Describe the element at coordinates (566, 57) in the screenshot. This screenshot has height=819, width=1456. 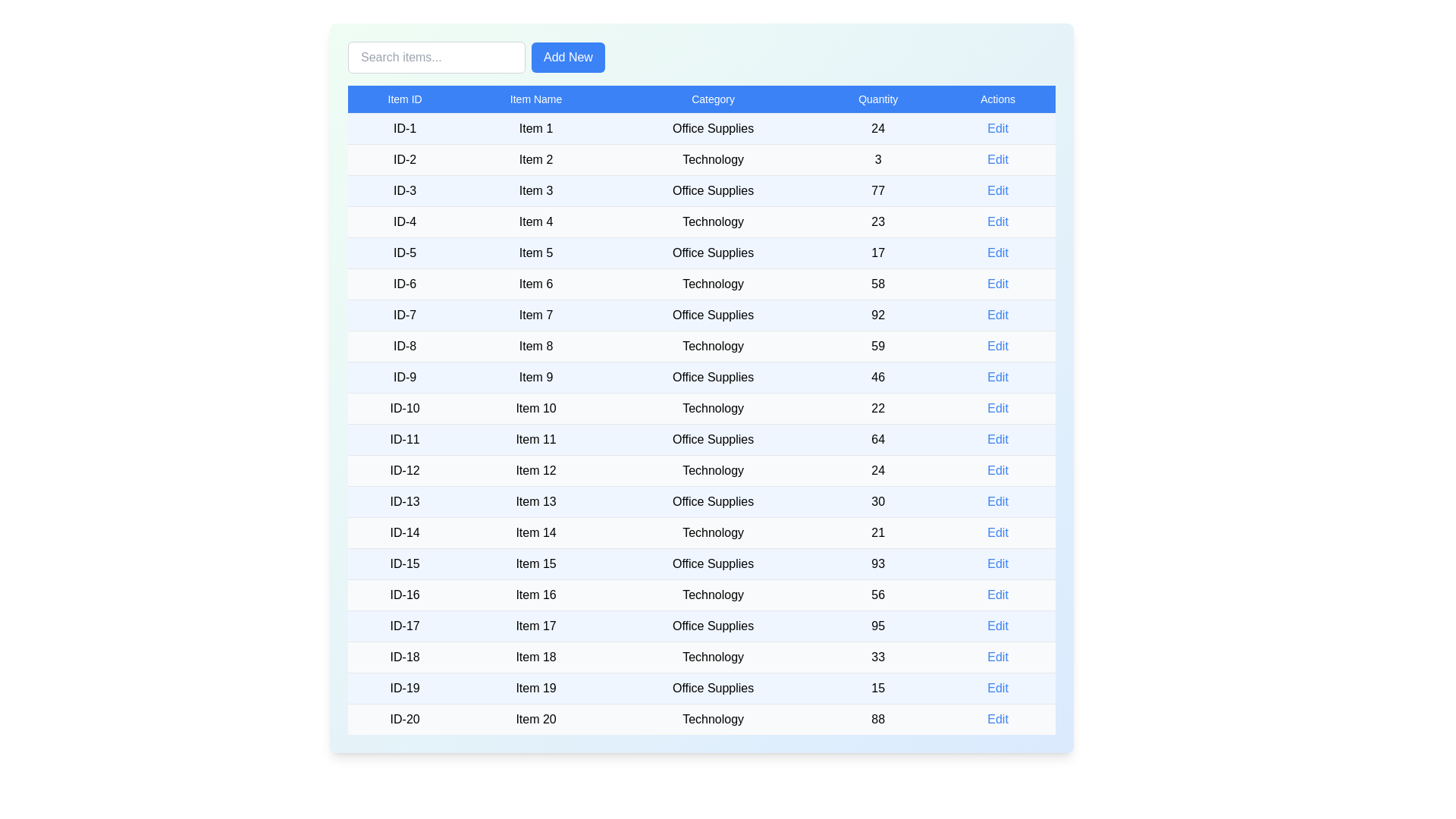
I see `'Add New' button to add a new item` at that location.